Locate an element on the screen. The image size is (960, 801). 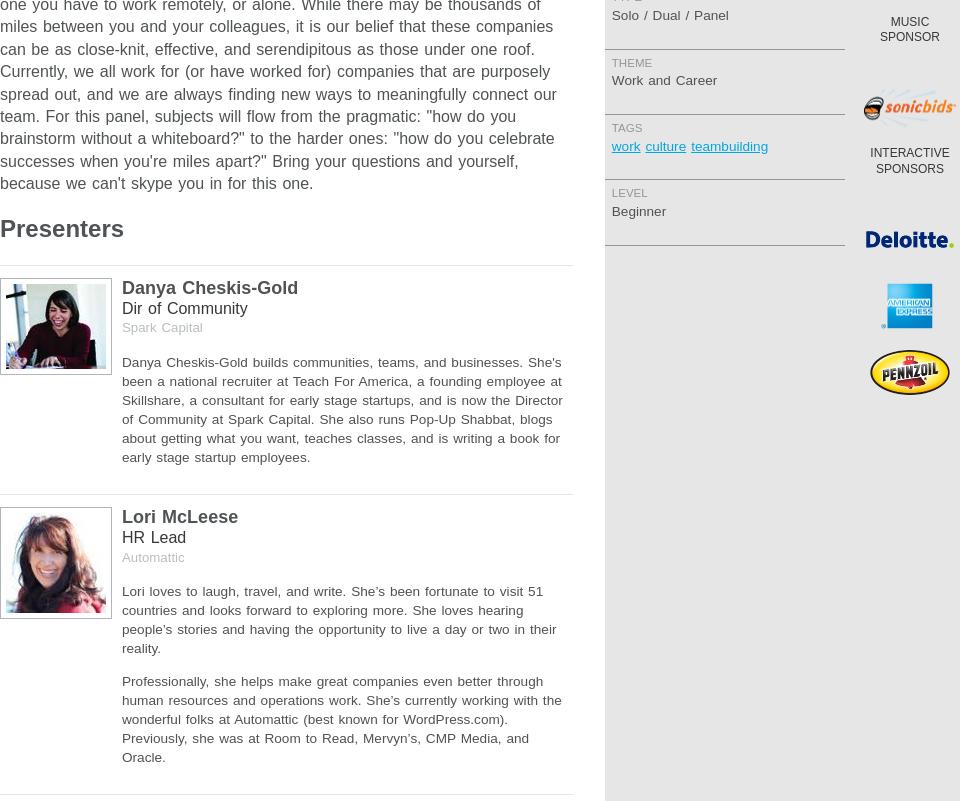
'Presenters' is located at coordinates (0, 228).